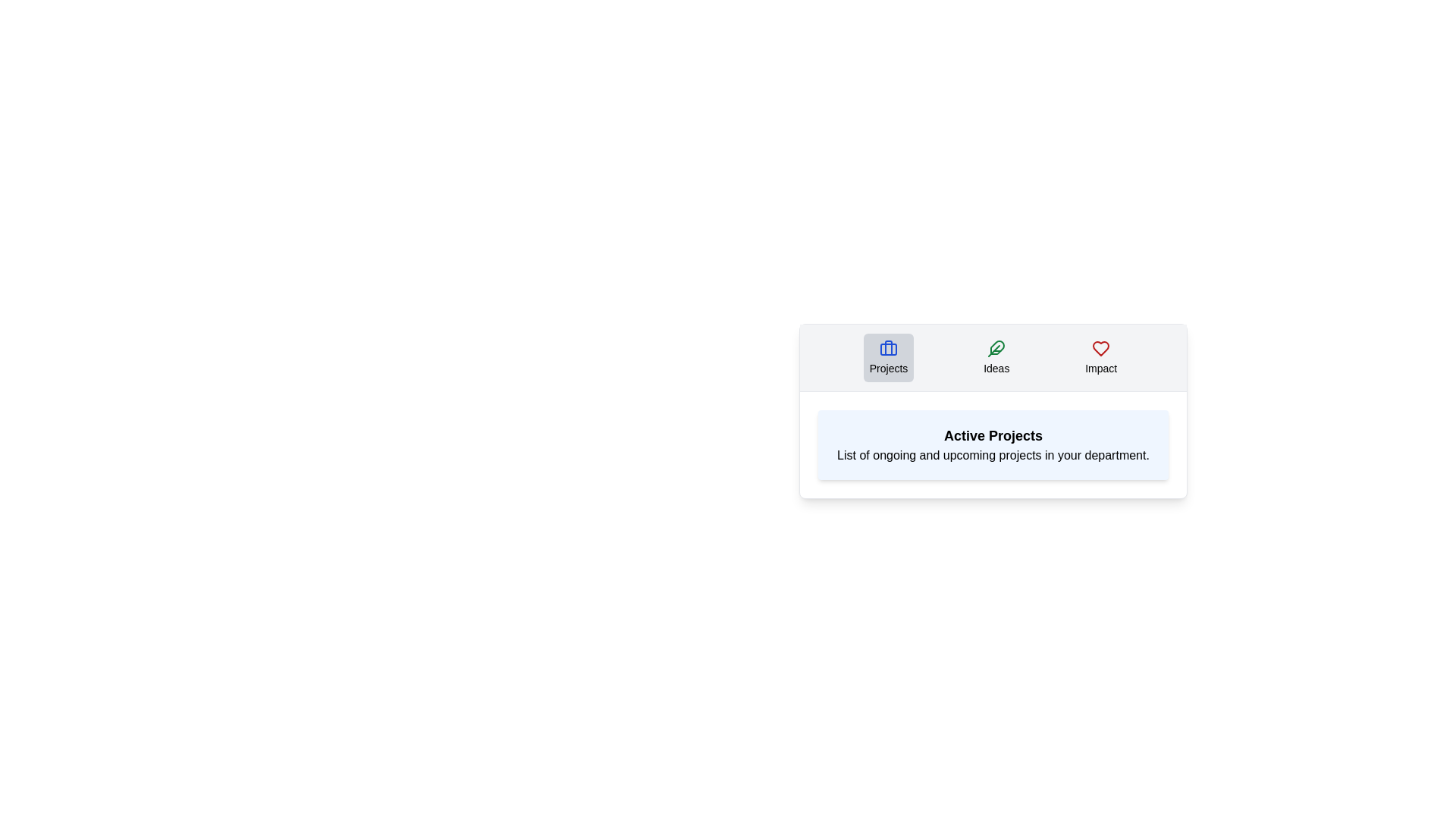  I want to click on the Impact tab by clicking on it, so click(1100, 357).